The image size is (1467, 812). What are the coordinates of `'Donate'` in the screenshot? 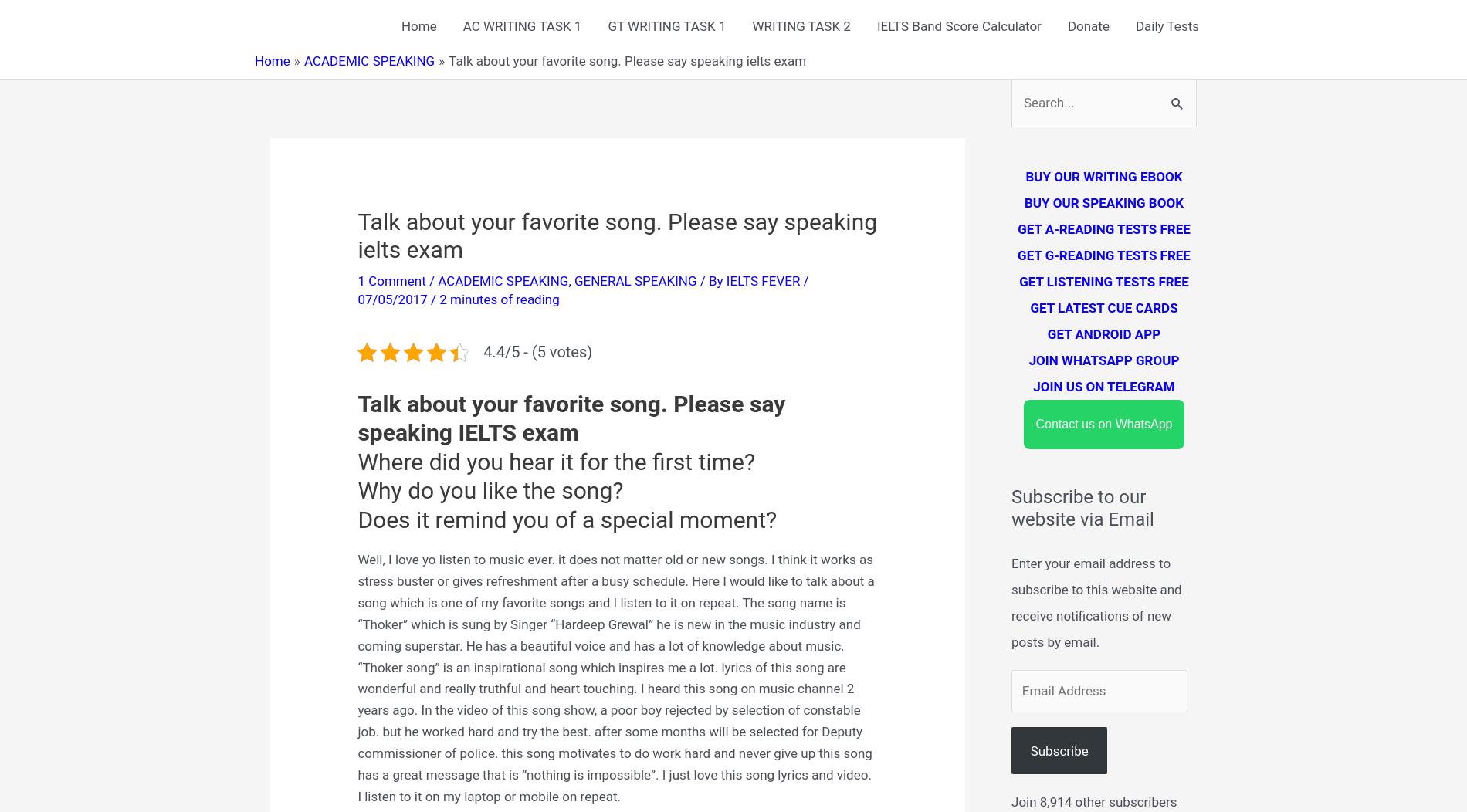 It's located at (1087, 25).